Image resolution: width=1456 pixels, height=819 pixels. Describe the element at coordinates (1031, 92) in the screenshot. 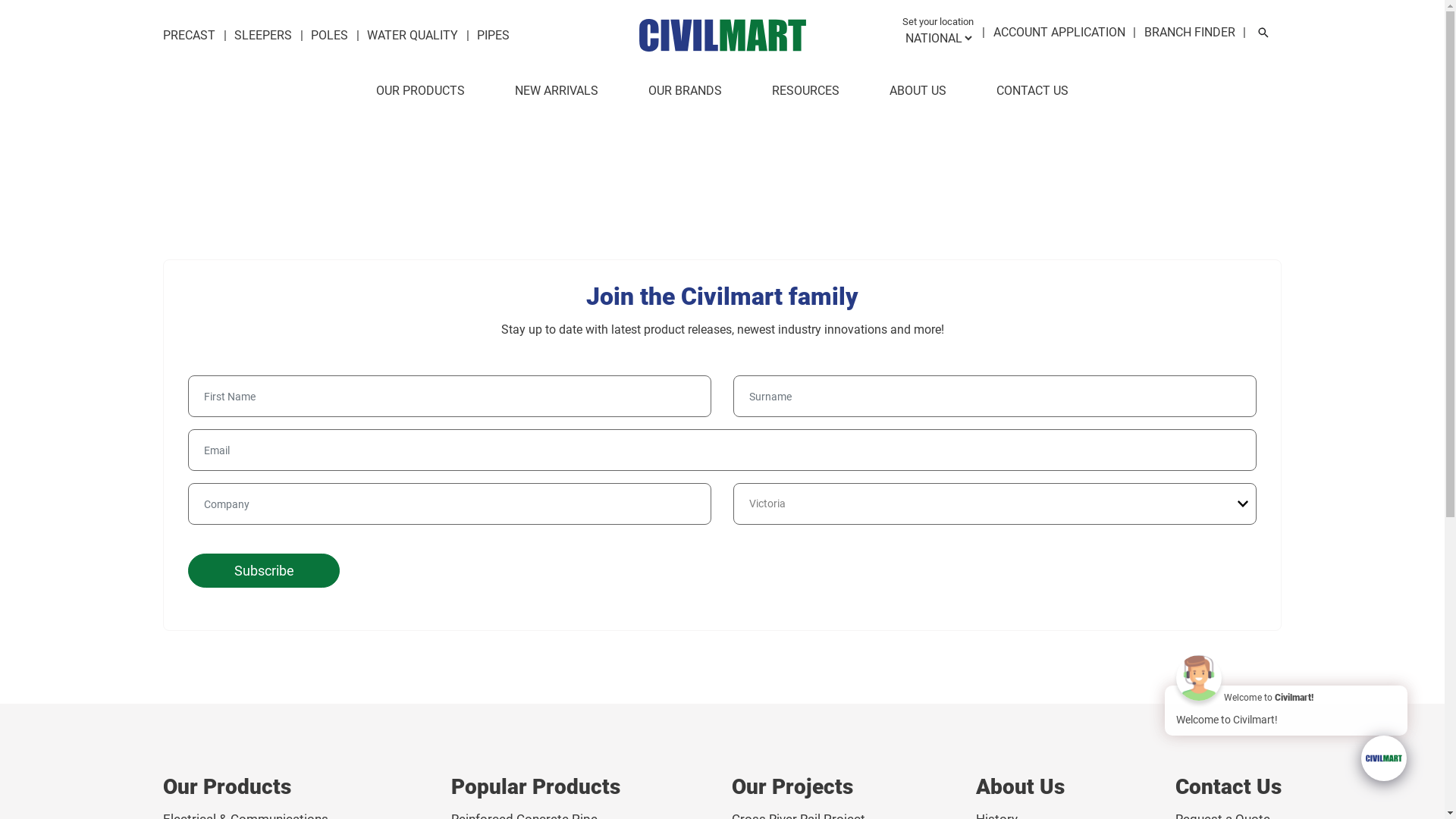

I see `'CONTACT US'` at that location.